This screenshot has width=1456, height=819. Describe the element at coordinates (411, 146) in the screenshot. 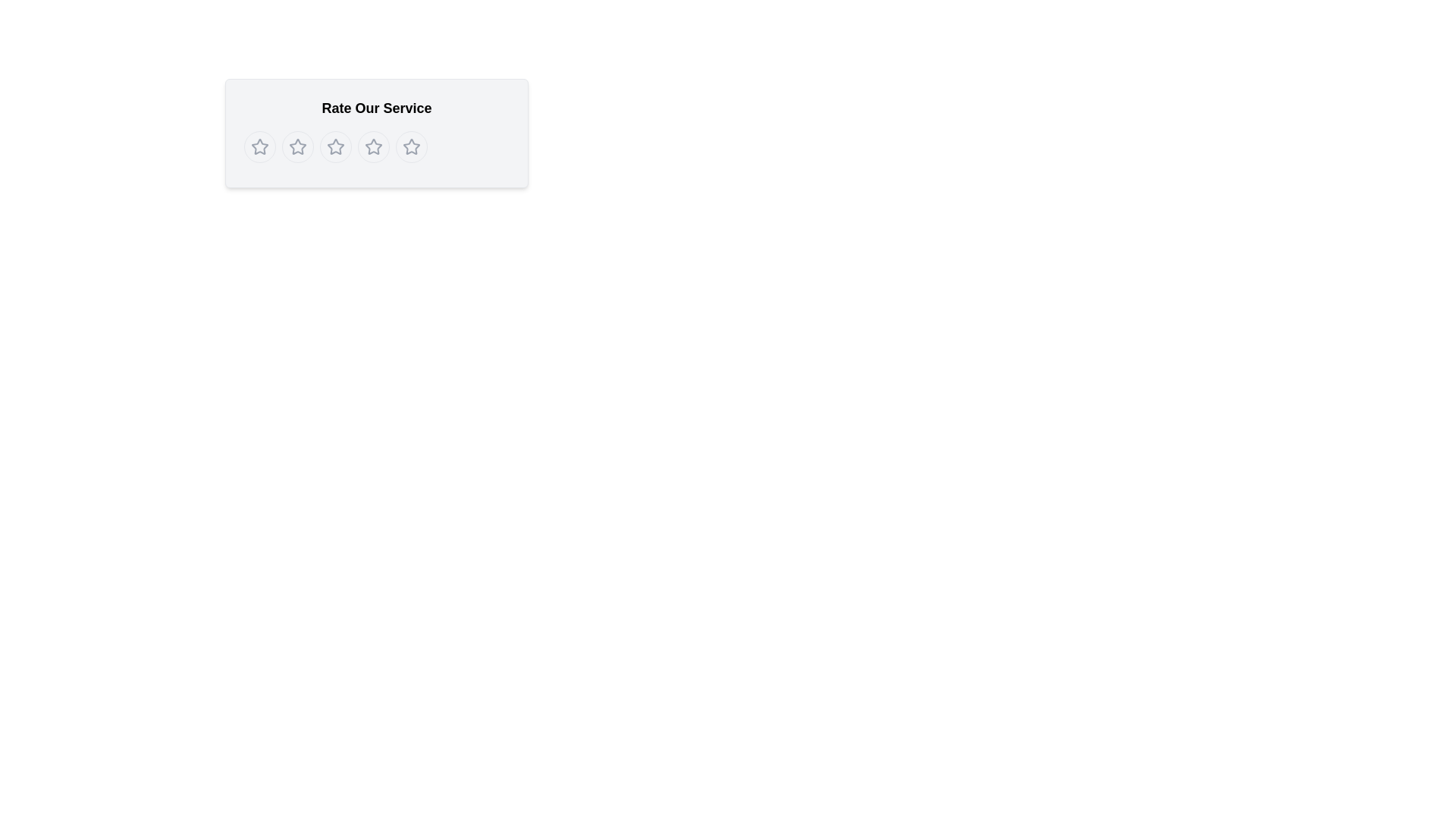

I see `the fifth circular button with a star icon in the center, which is styled in light gray and changes to yellow when hovered over` at that location.